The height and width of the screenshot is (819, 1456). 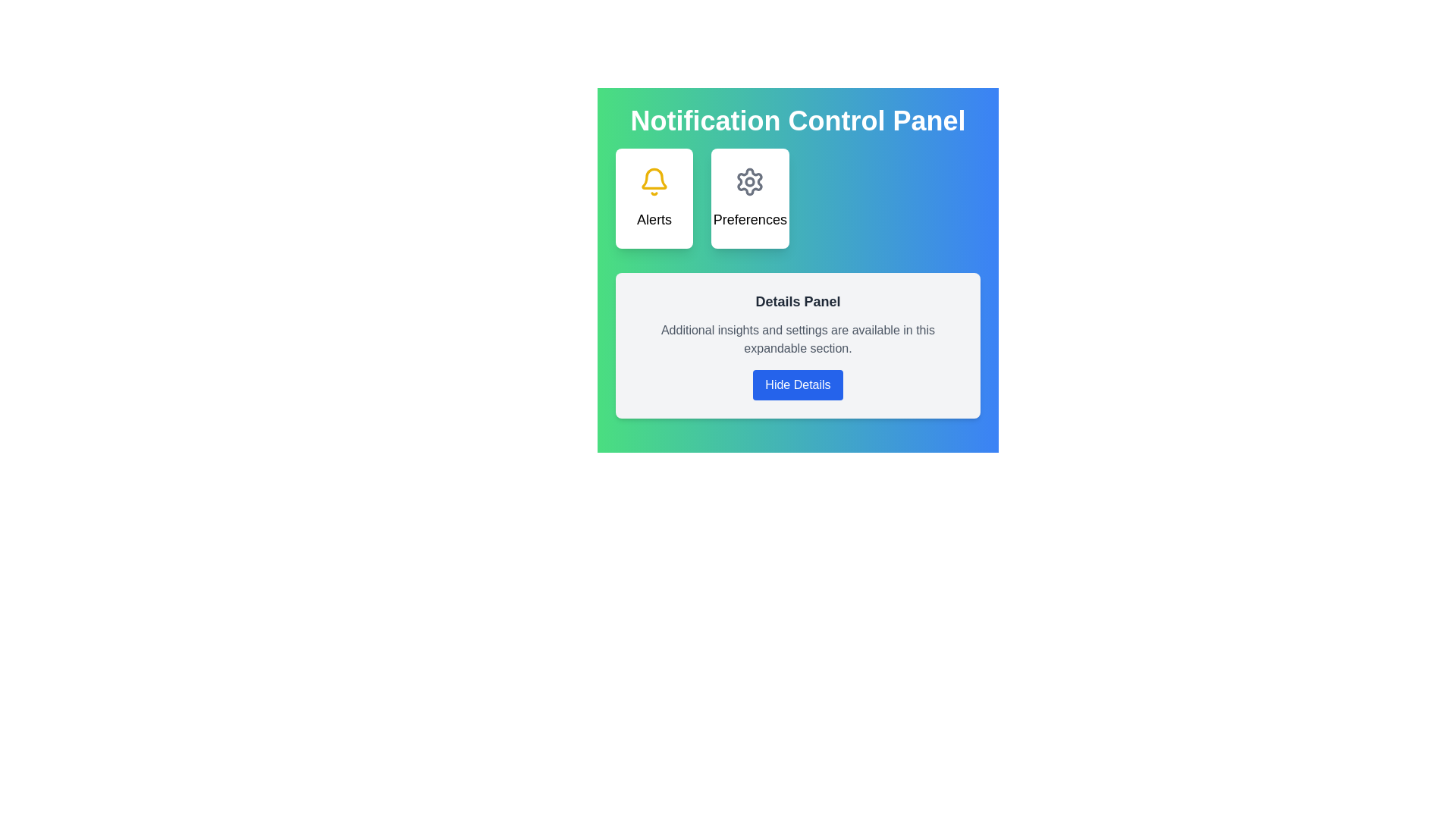 I want to click on the 'Hide Details' button located within the Notification Control Panel to hide the details section, so click(x=797, y=260).